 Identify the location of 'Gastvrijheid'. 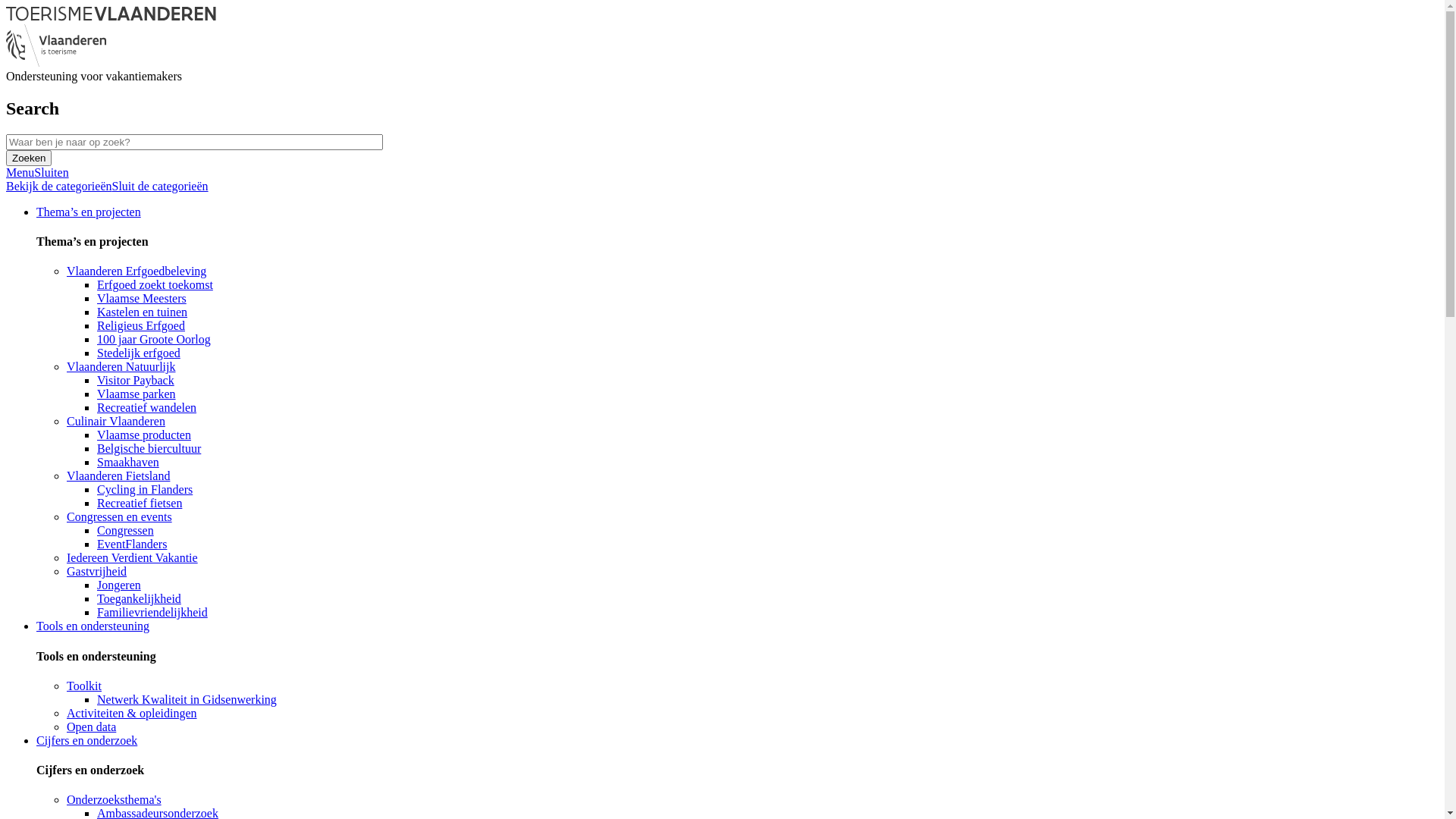
(96, 571).